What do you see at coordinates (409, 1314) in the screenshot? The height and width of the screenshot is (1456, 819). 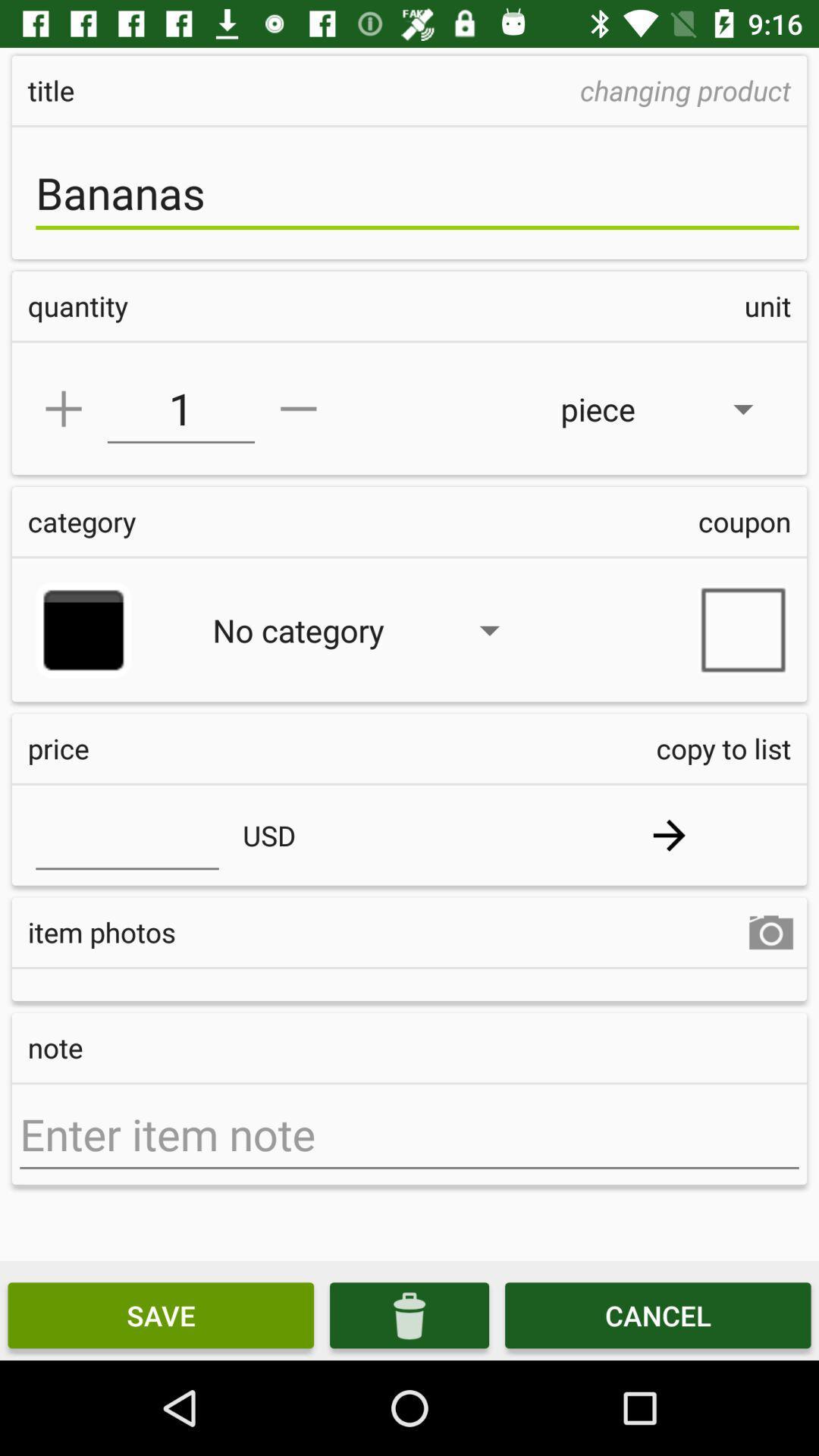 I see `the item next to cancel icon` at bounding box center [409, 1314].